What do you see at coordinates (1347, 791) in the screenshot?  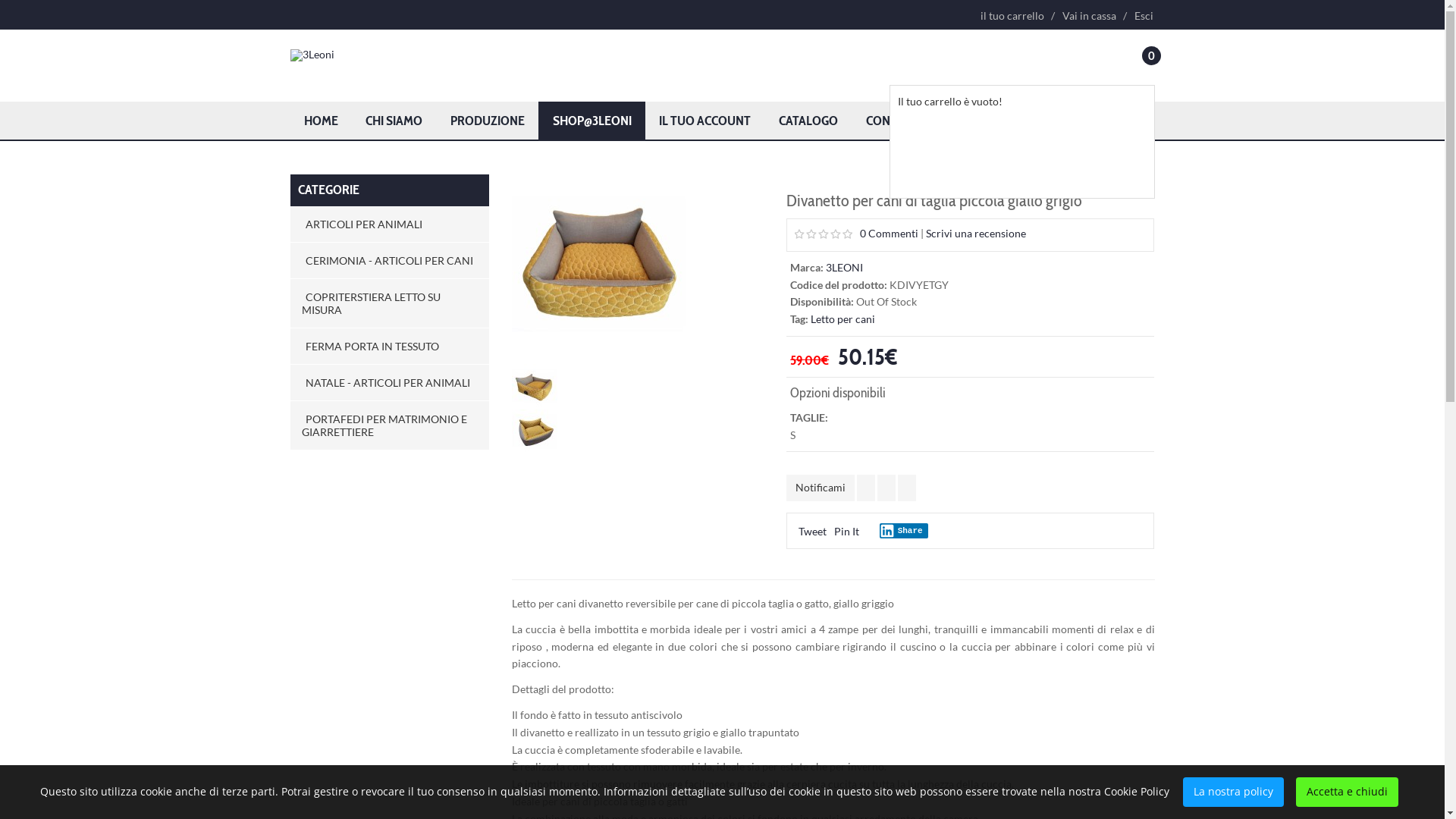 I see `'Accetta e chiudi'` at bounding box center [1347, 791].